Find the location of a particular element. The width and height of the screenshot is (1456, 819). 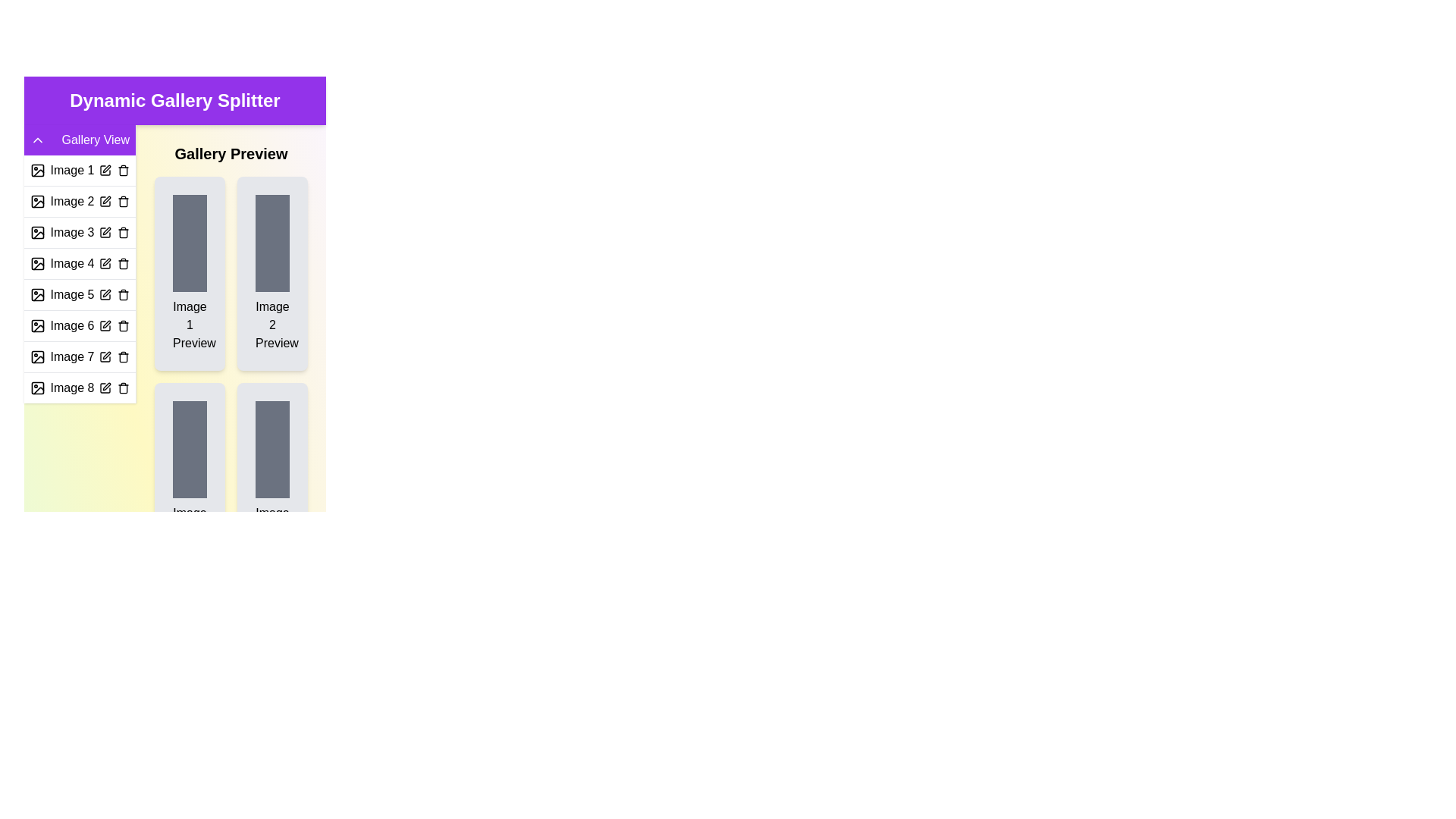

the edit icon of the grouped action buttons for 'Image 8' to initiate editing is located at coordinates (113, 388).